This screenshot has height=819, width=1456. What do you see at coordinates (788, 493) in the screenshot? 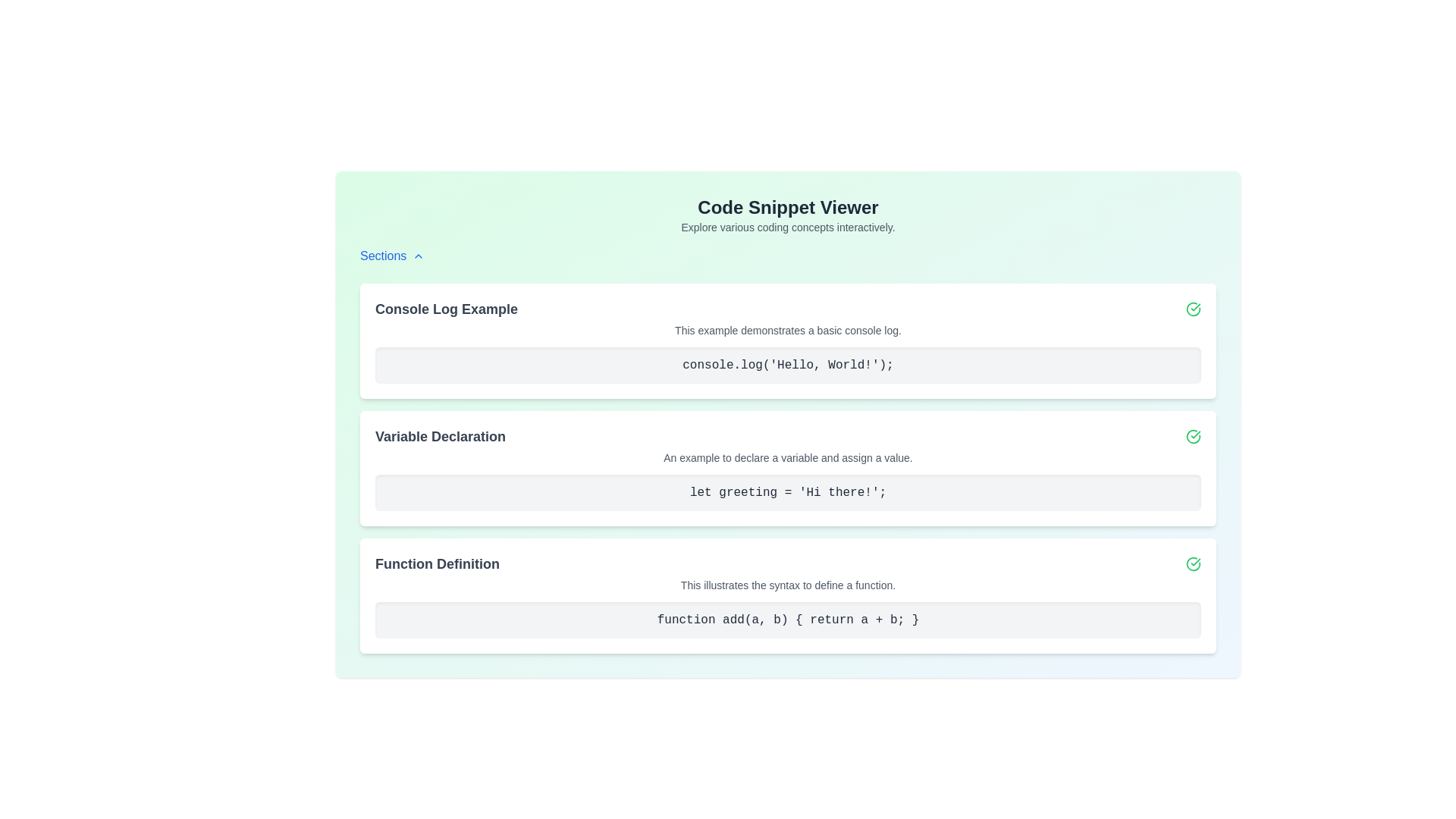
I see `the text displaying the code snippet 'let greeting = 'Hi there!';' located in the center of the 'Variable Declaration' section of the 'Code Snippet Viewer' interface` at bounding box center [788, 493].